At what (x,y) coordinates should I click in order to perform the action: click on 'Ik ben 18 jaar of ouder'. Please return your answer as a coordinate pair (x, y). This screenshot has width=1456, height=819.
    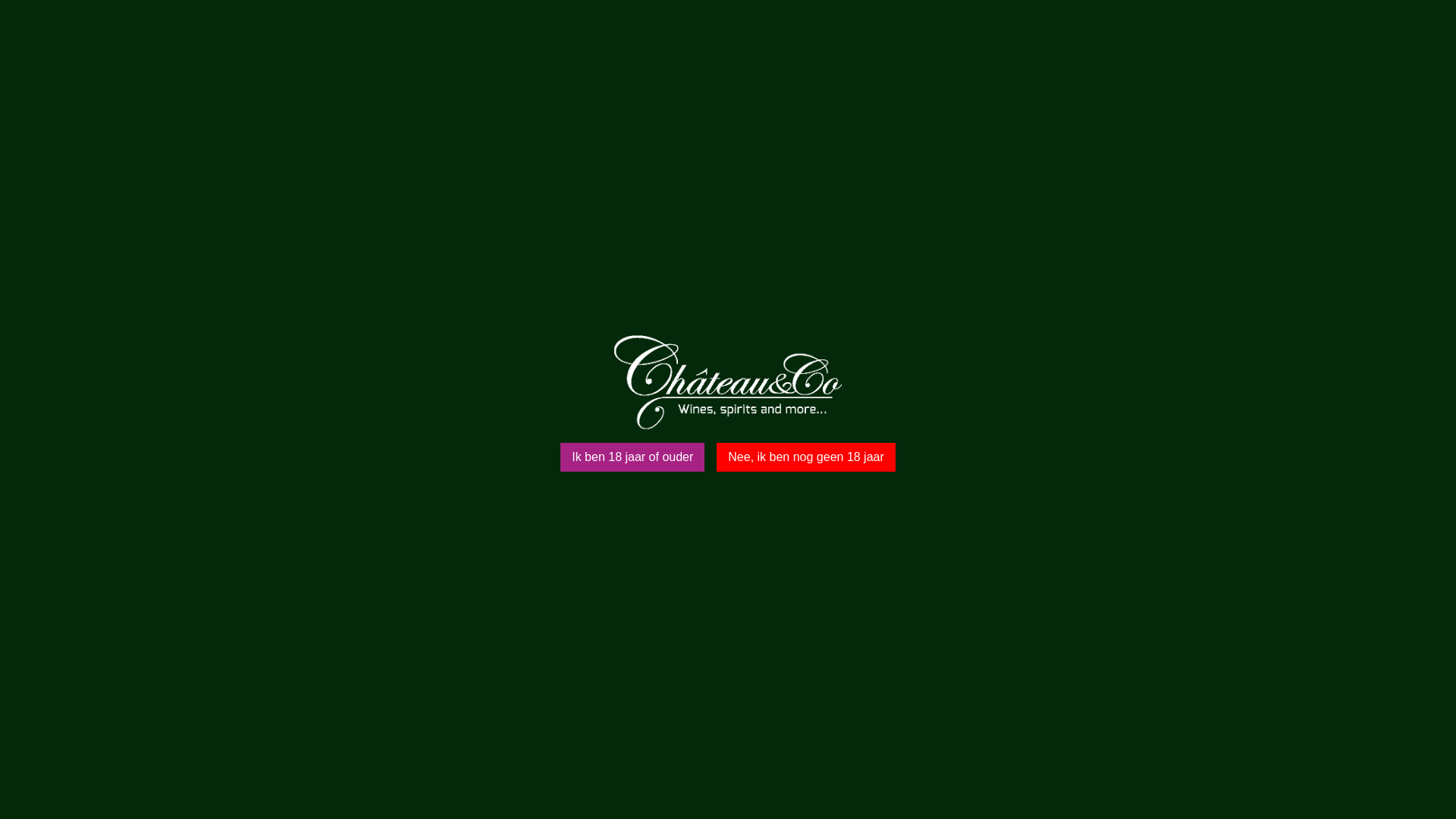
    Looking at the image, I should click on (632, 456).